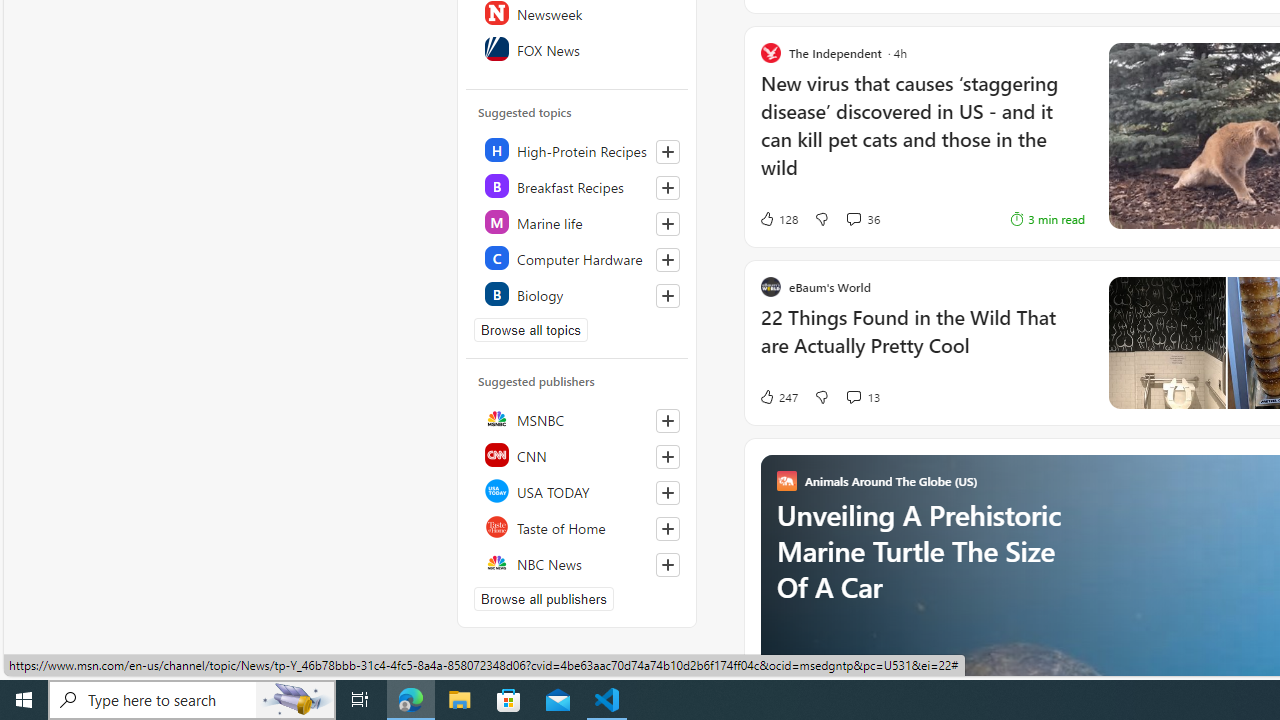 Image resolution: width=1280 pixels, height=720 pixels. I want to click on 'FOX News', so click(577, 47).